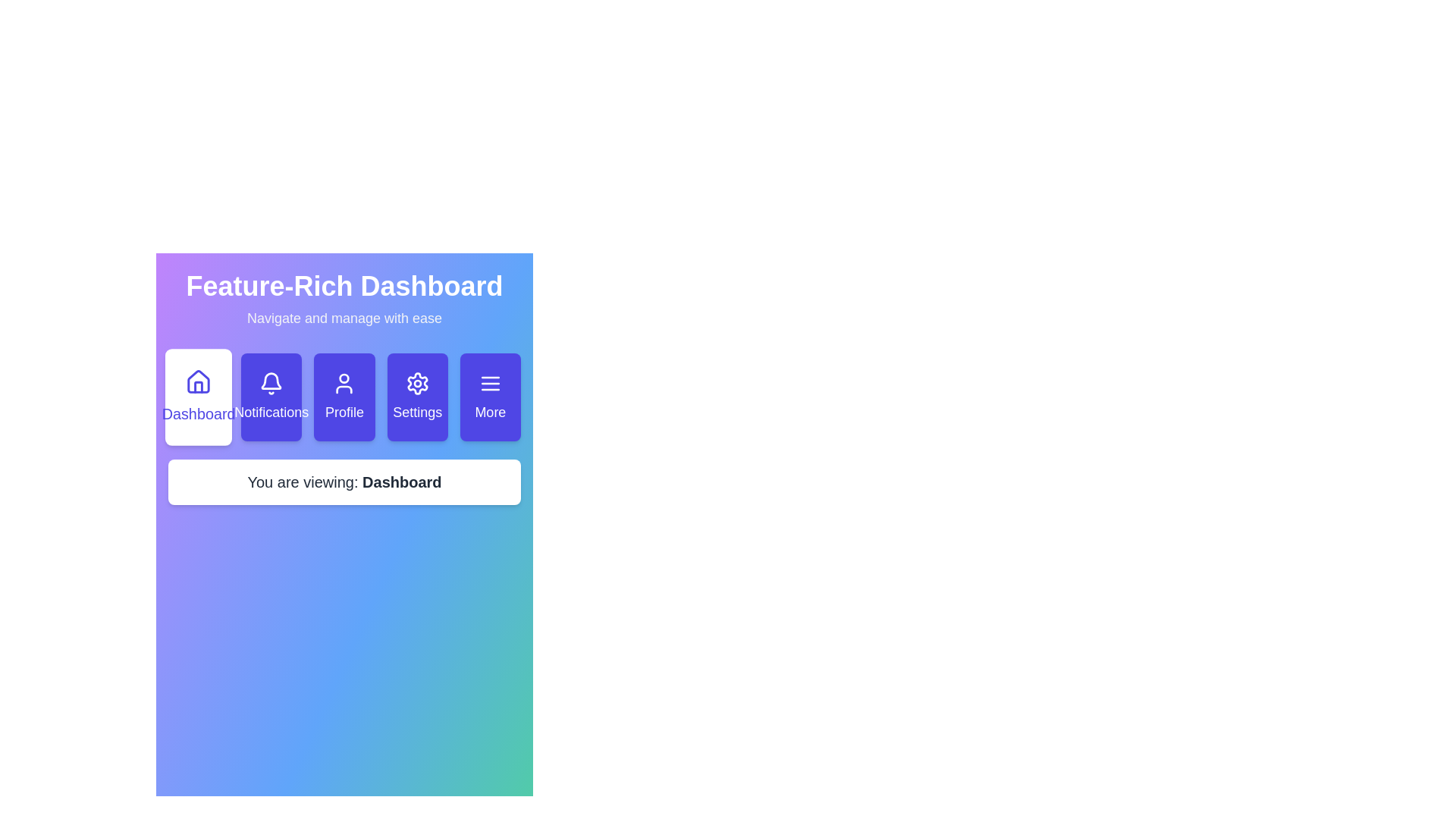 This screenshot has width=1456, height=819. Describe the element at coordinates (198, 414) in the screenshot. I see `the text label that displays 'Dashboard', which is styled with a medium font weight and indigo color, located below a house-shaped icon` at that location.